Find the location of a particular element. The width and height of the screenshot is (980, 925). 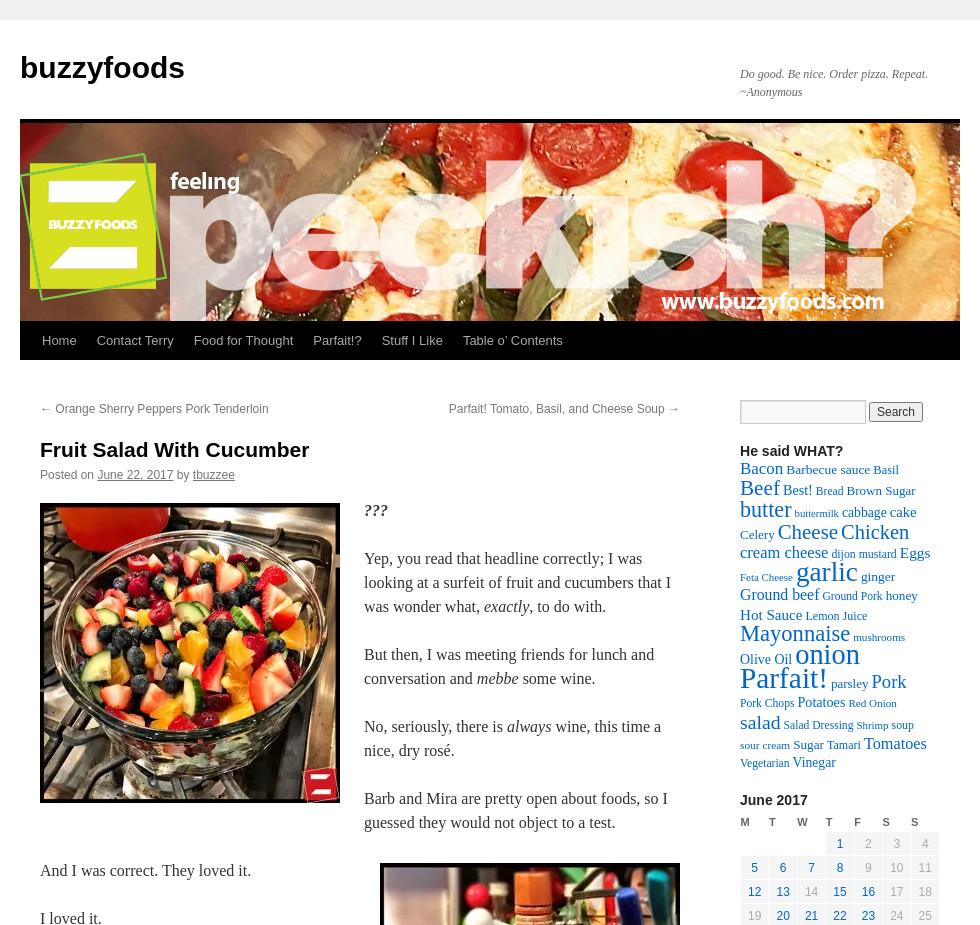

'Tamari' is located at coordinates (843, 744).